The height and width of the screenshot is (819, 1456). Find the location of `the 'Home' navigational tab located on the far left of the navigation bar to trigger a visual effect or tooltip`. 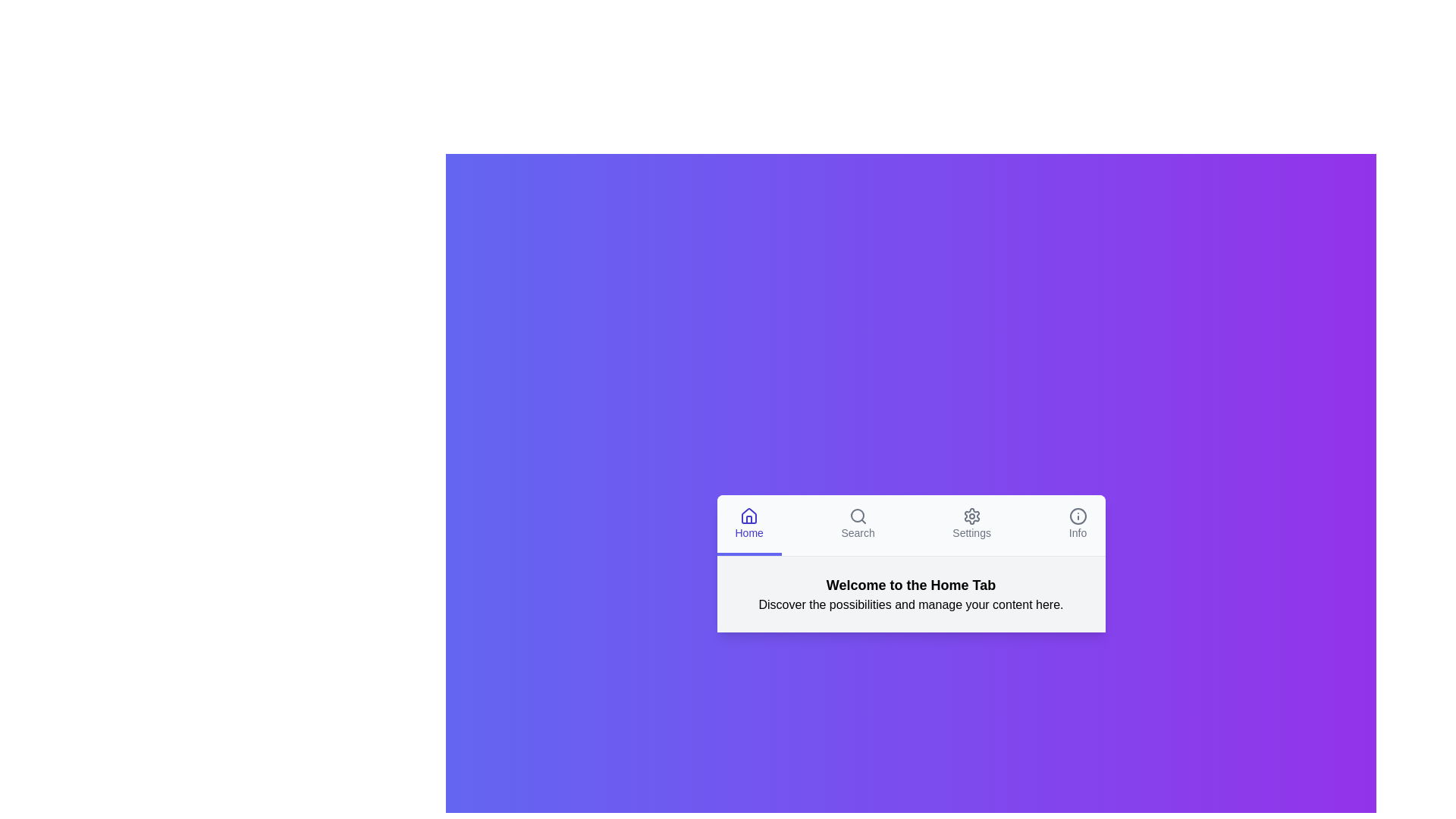

the 'Home' navigational tab located on the far left of the navigation bar to trigger a visual effect or tooltip is located at coordinates (749, 524).